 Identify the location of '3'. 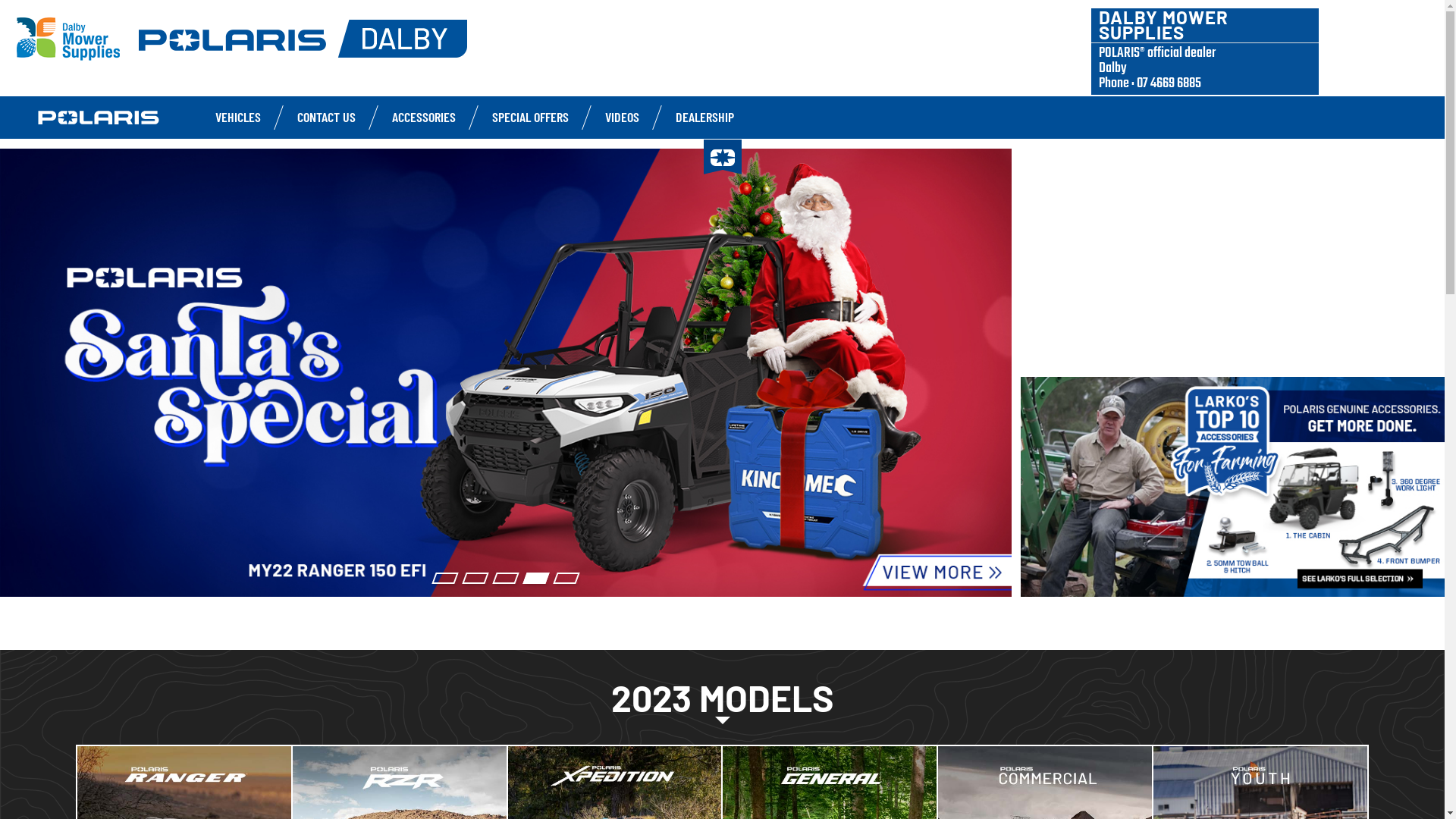
(506, 578).